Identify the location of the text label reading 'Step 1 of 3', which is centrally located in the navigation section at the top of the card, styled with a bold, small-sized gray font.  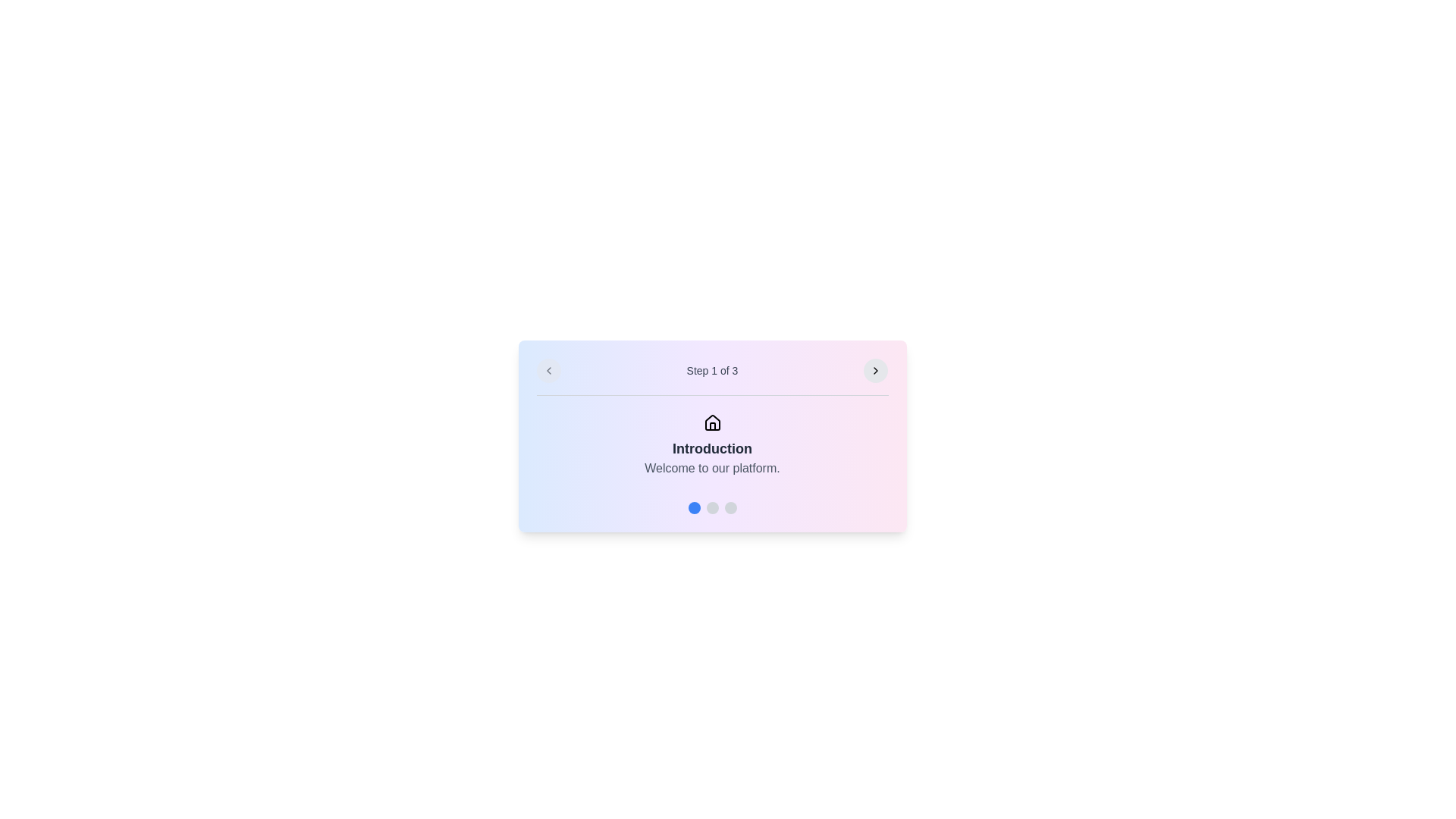
(711, 376).